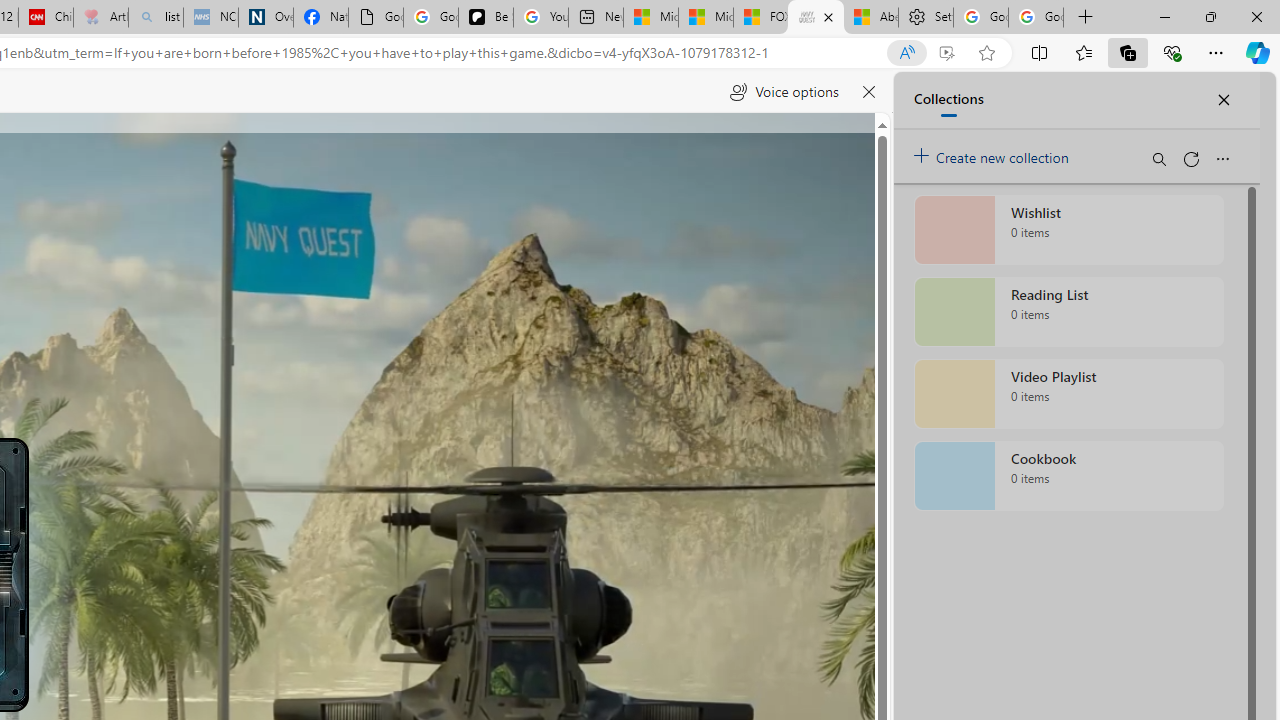 Image resolution: width=1280 pixels, height=720 pixels. What do you see at coordinates (376, 17) in the screenshot?
I see `'Google Analytics Opt-out Browser Add-on Download Page'` at bounding box center [376, 17].